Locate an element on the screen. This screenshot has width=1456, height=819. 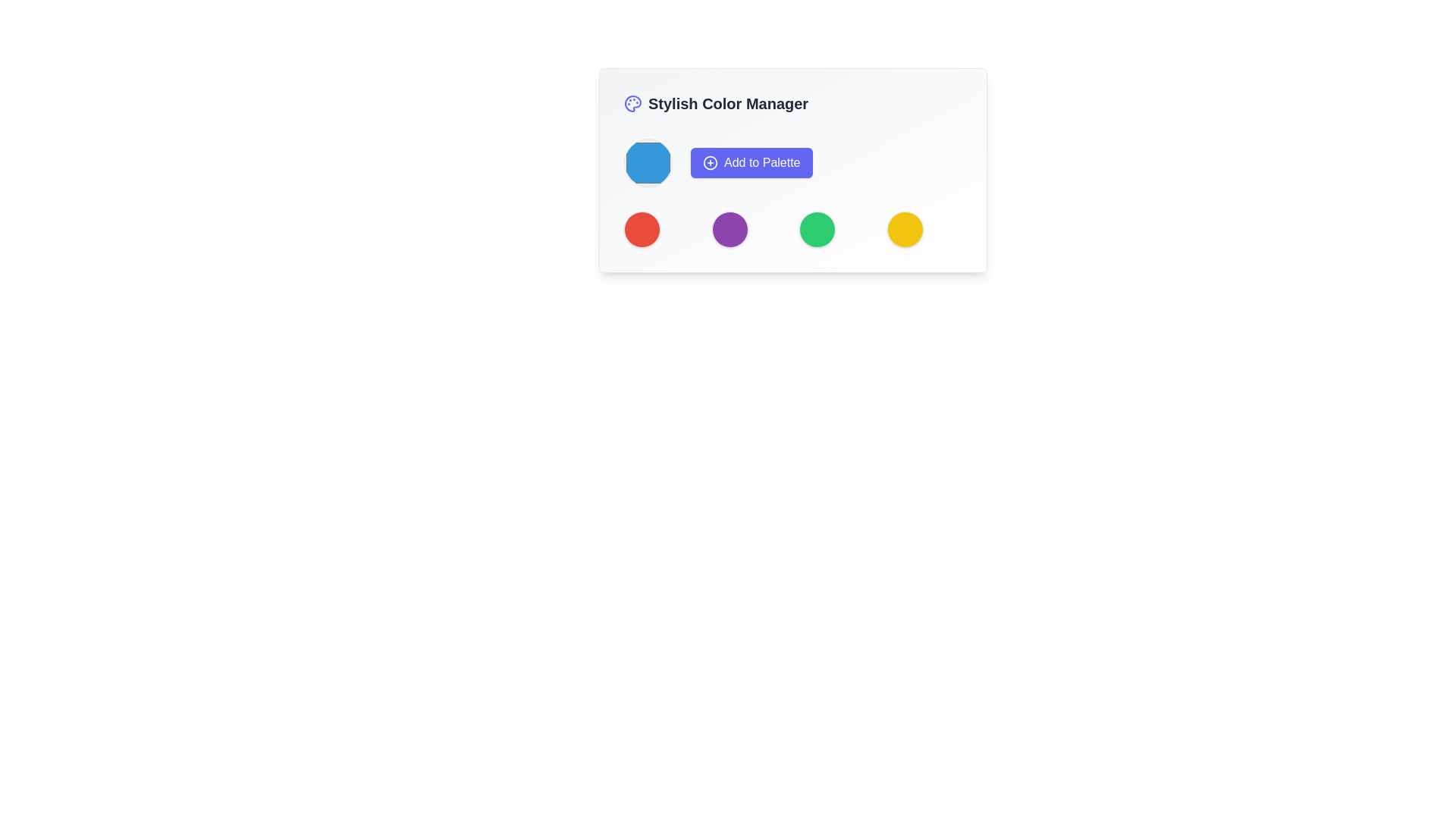
circular decorative graphic element outlined within the plus symbol SVG icon located in the top-right area of the component card using development tools is located at coordinates (709, 163).